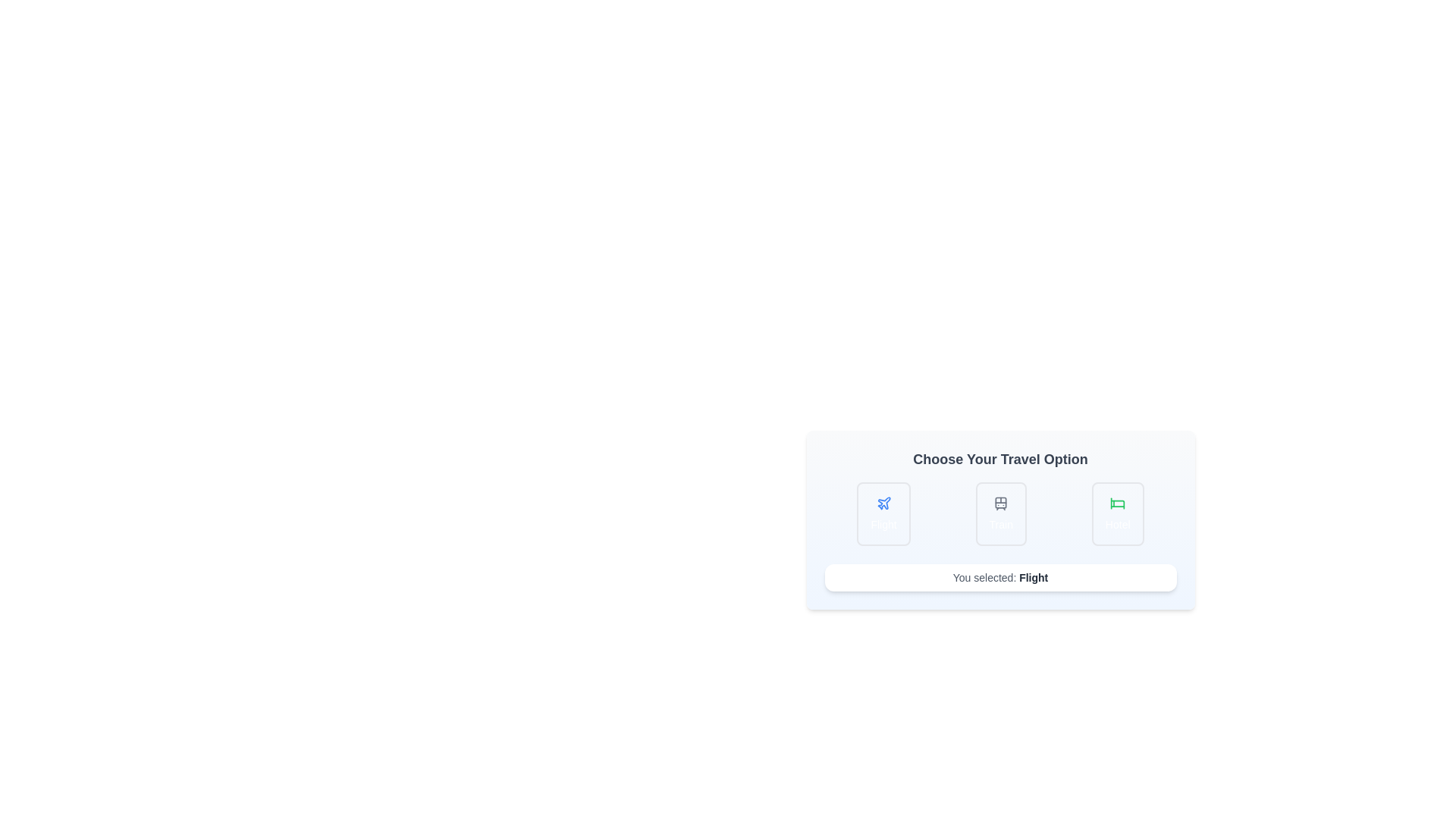 The image size is (1456, 819). Describe the element at coordinates (1033, 578) in the screenshot. I see `static text label displaying 'Flight' in bold, dark gray color, which is aligned horizontally to the right of 'You selected:' in the lower area of the interface` at that location.